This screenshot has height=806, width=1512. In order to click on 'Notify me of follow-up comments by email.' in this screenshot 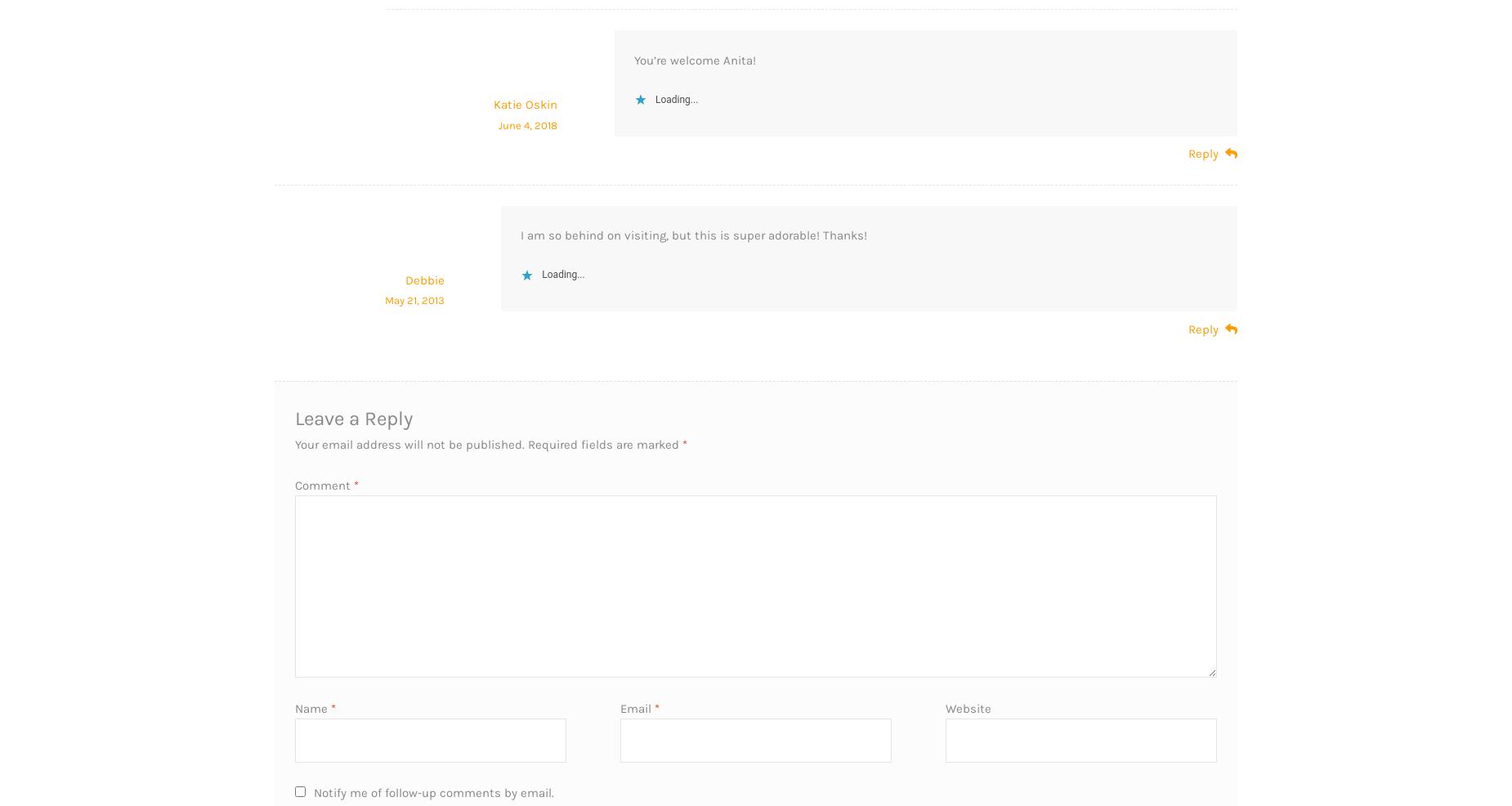, I will do `click(433, 793)`.